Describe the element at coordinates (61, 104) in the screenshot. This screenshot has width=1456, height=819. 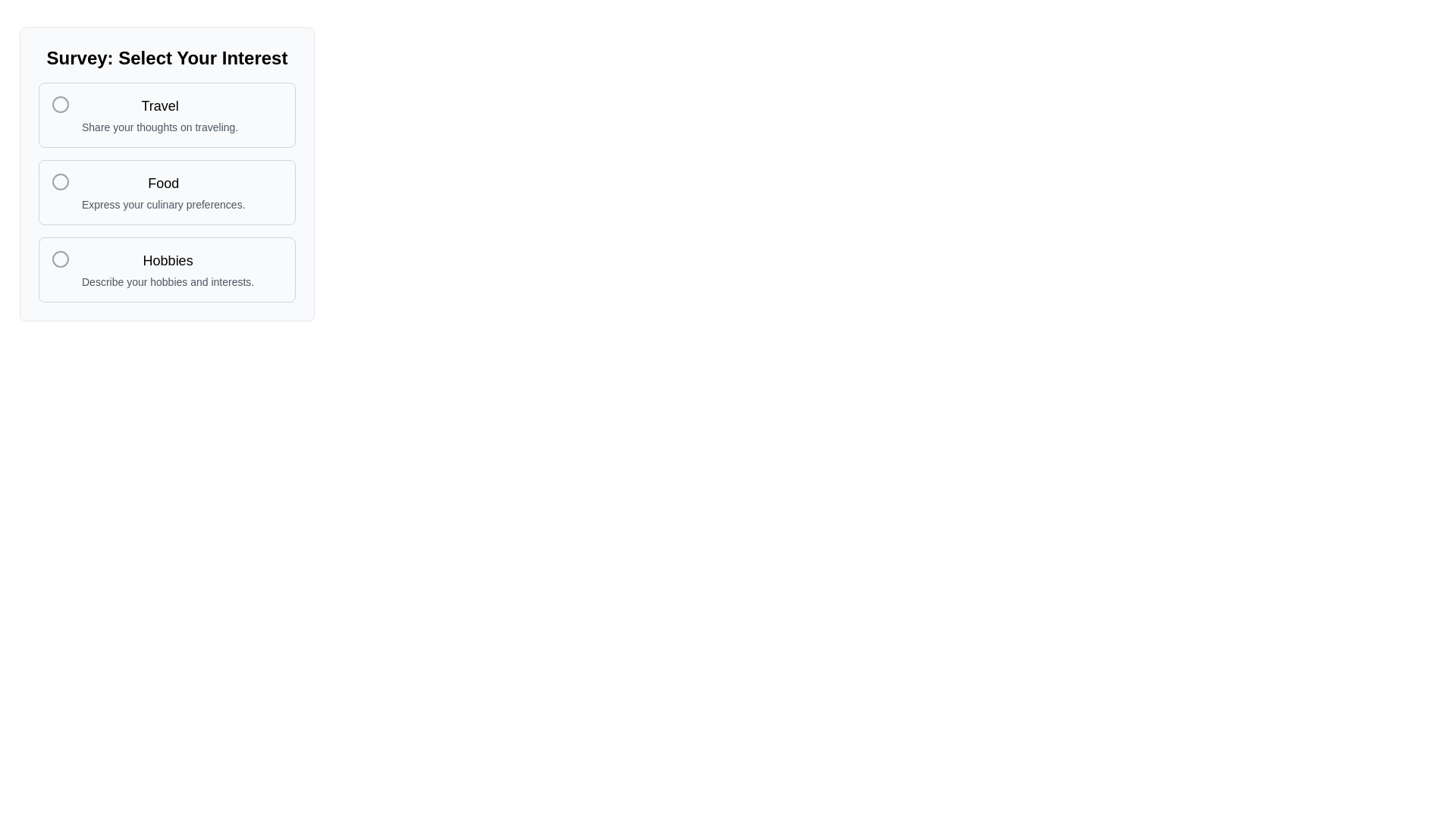
I see `the radio button for the 'Travel' option located in the topmost selection box under the heading 'Survey: Select Your Interest'` at that location.